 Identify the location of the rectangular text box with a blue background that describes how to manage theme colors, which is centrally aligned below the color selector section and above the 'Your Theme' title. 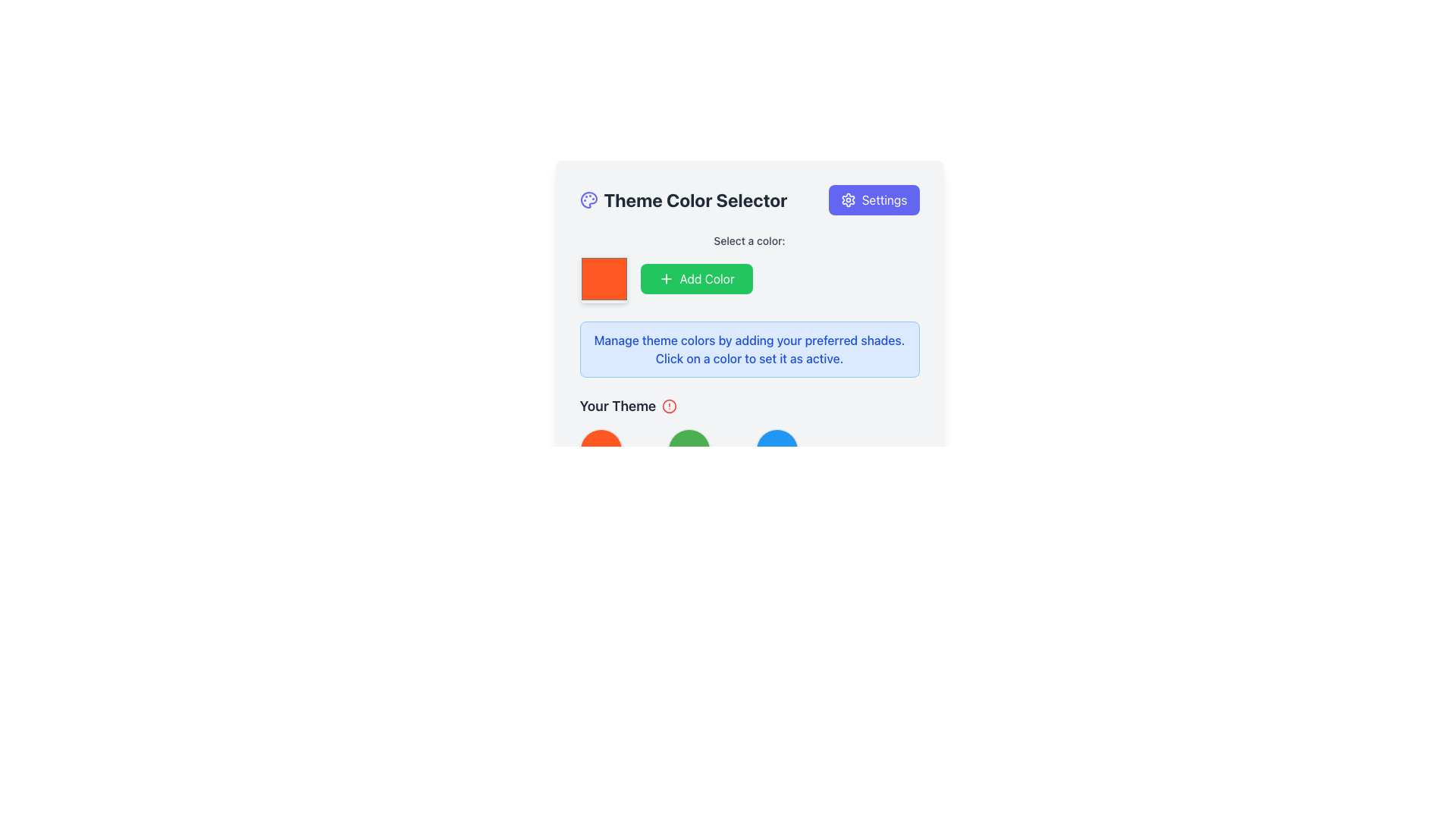
(749, 327).